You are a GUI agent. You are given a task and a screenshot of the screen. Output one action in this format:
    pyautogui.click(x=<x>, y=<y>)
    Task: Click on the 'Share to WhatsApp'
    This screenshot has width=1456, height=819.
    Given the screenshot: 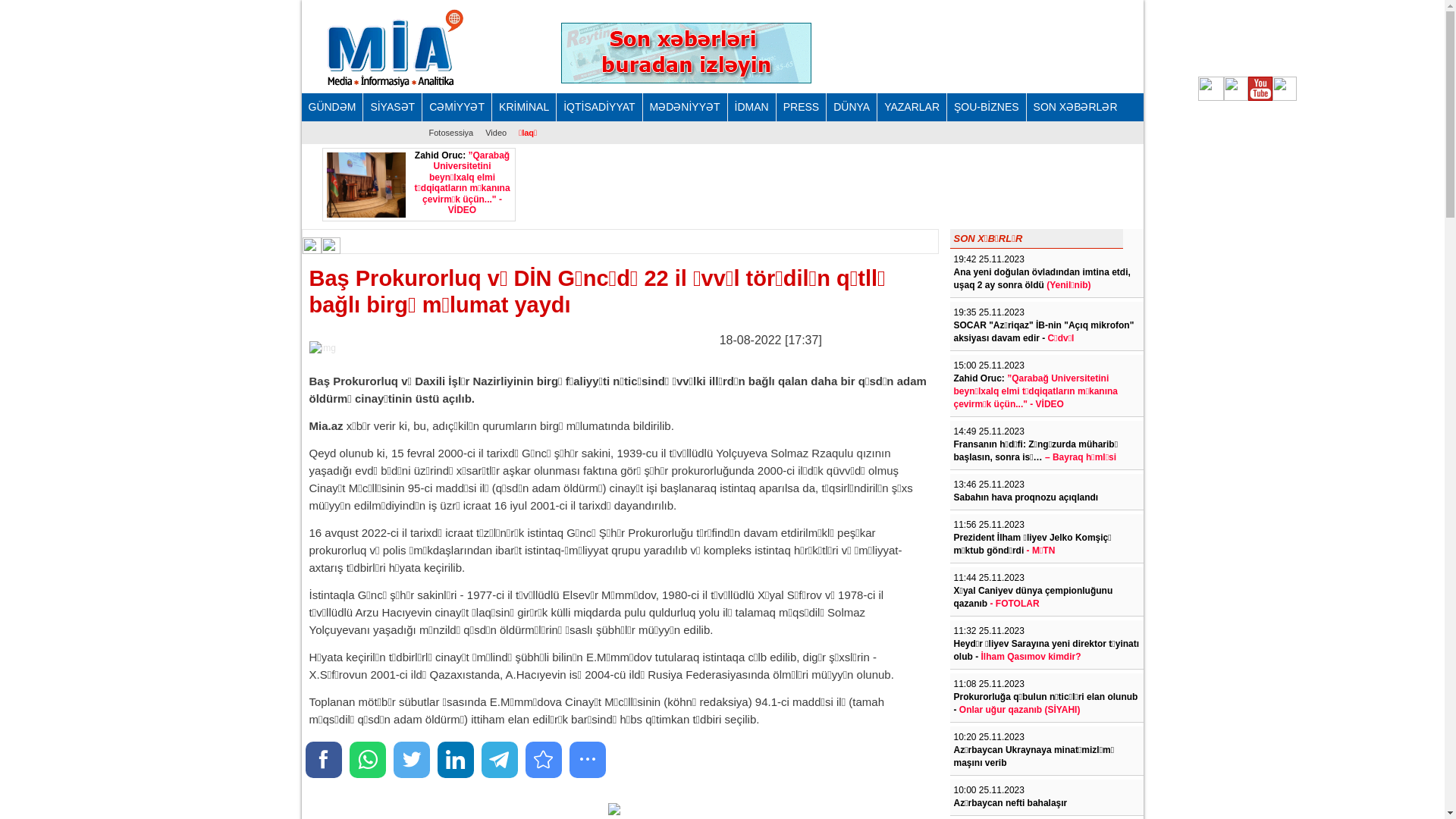 What is the action you would take?
    pyautogui.click(x=367, y=760)
    